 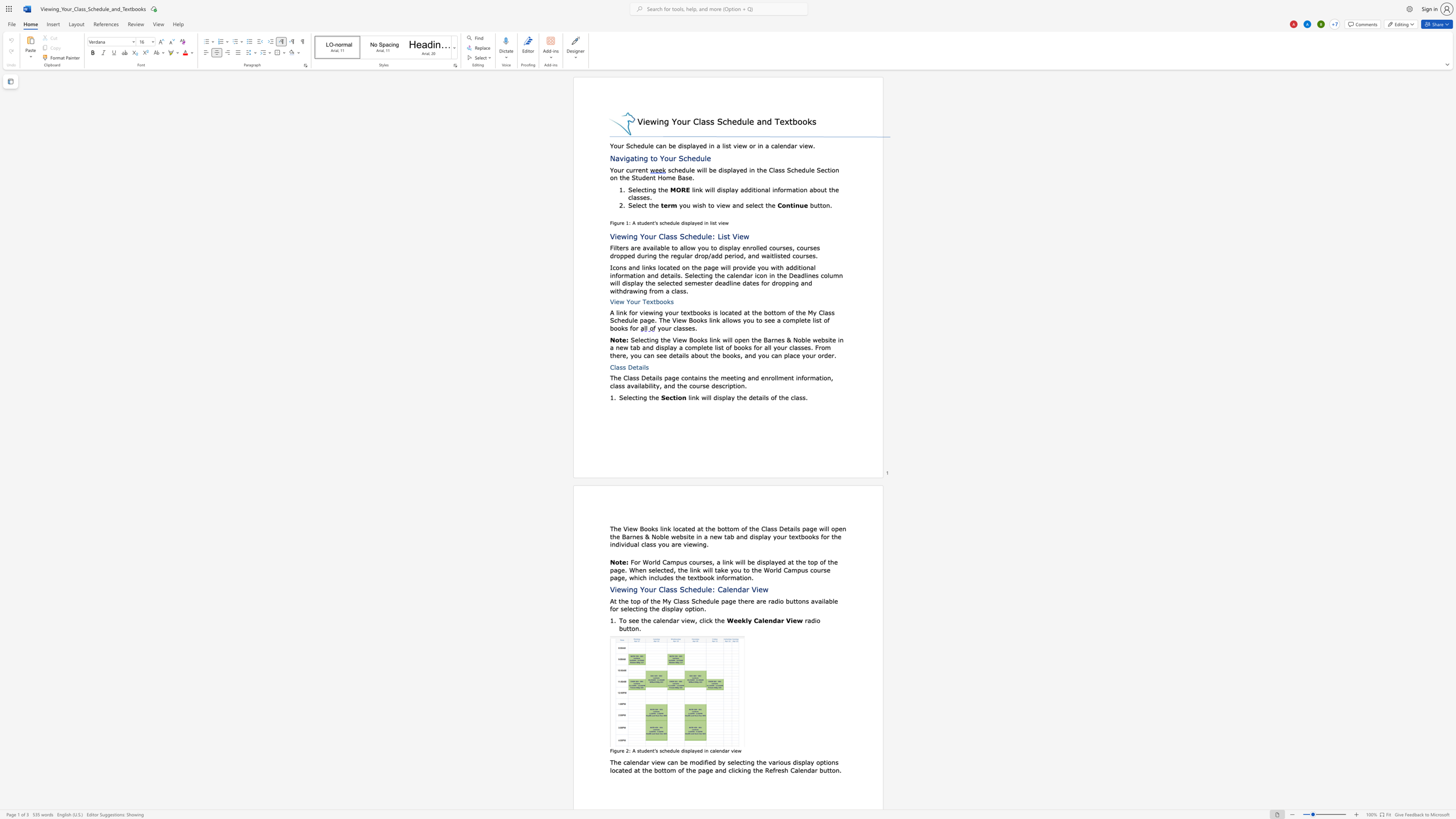 What do you see at coordinates (641, 170) in the screenshot?
I see `the space between the continuous character "e" and "n" in the text` at bounding box center [641, 170].